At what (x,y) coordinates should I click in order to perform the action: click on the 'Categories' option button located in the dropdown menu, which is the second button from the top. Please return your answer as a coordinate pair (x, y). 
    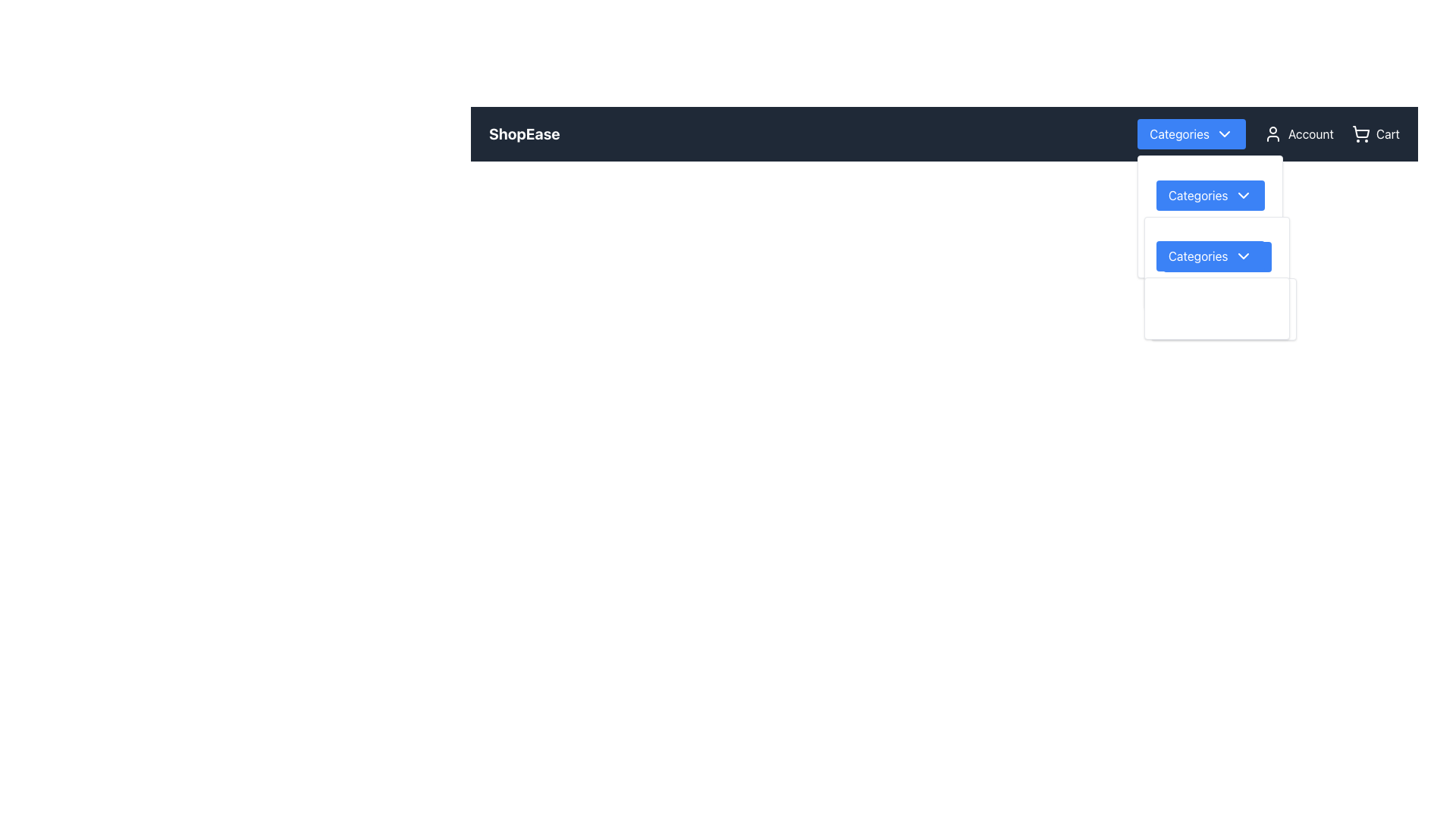
    Looking at the image, I should click on (1217, 247).